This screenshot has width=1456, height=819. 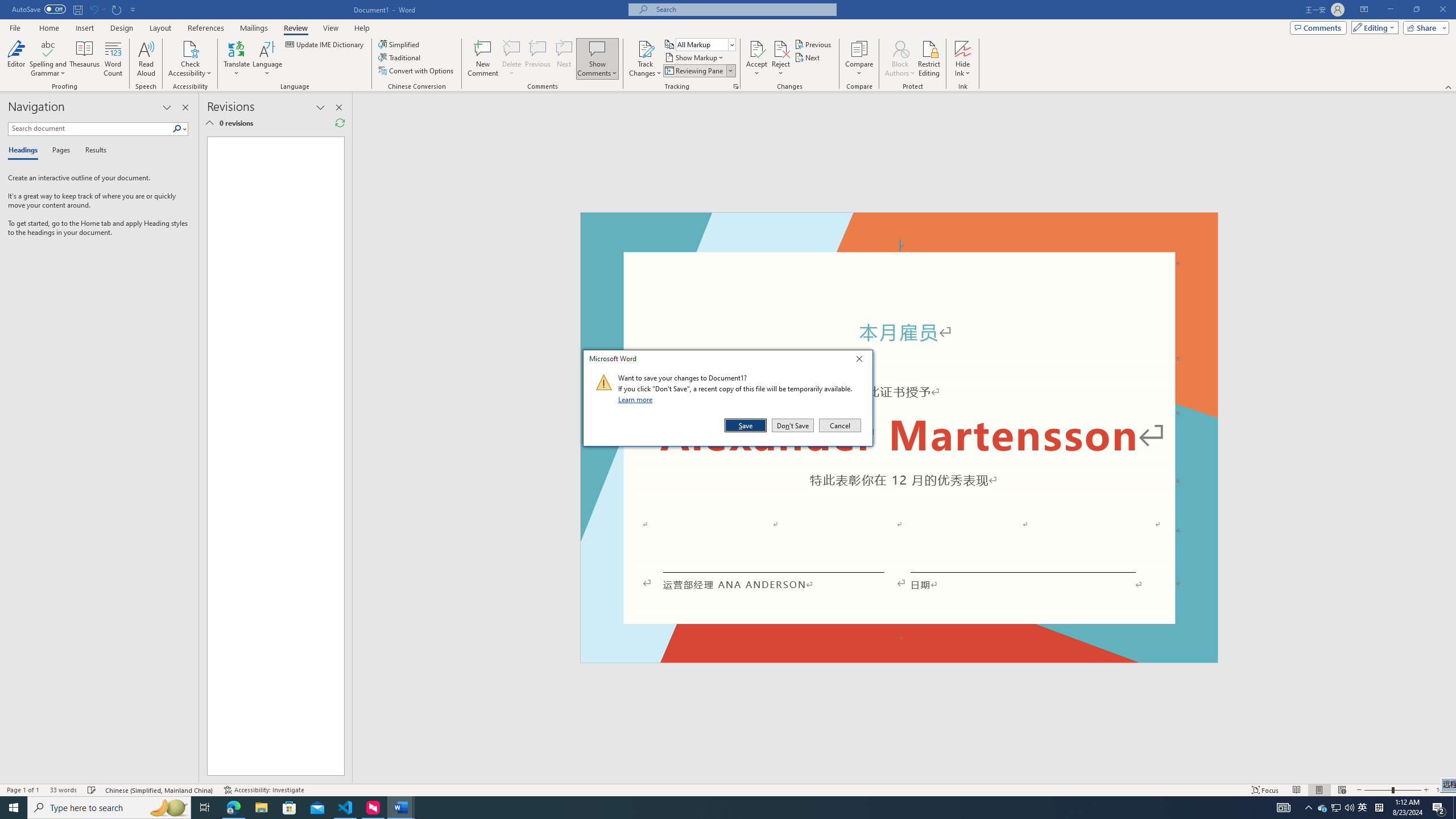 I want to click on 'Spelling and Grammar Check Checking', so click(x=92, y=790).